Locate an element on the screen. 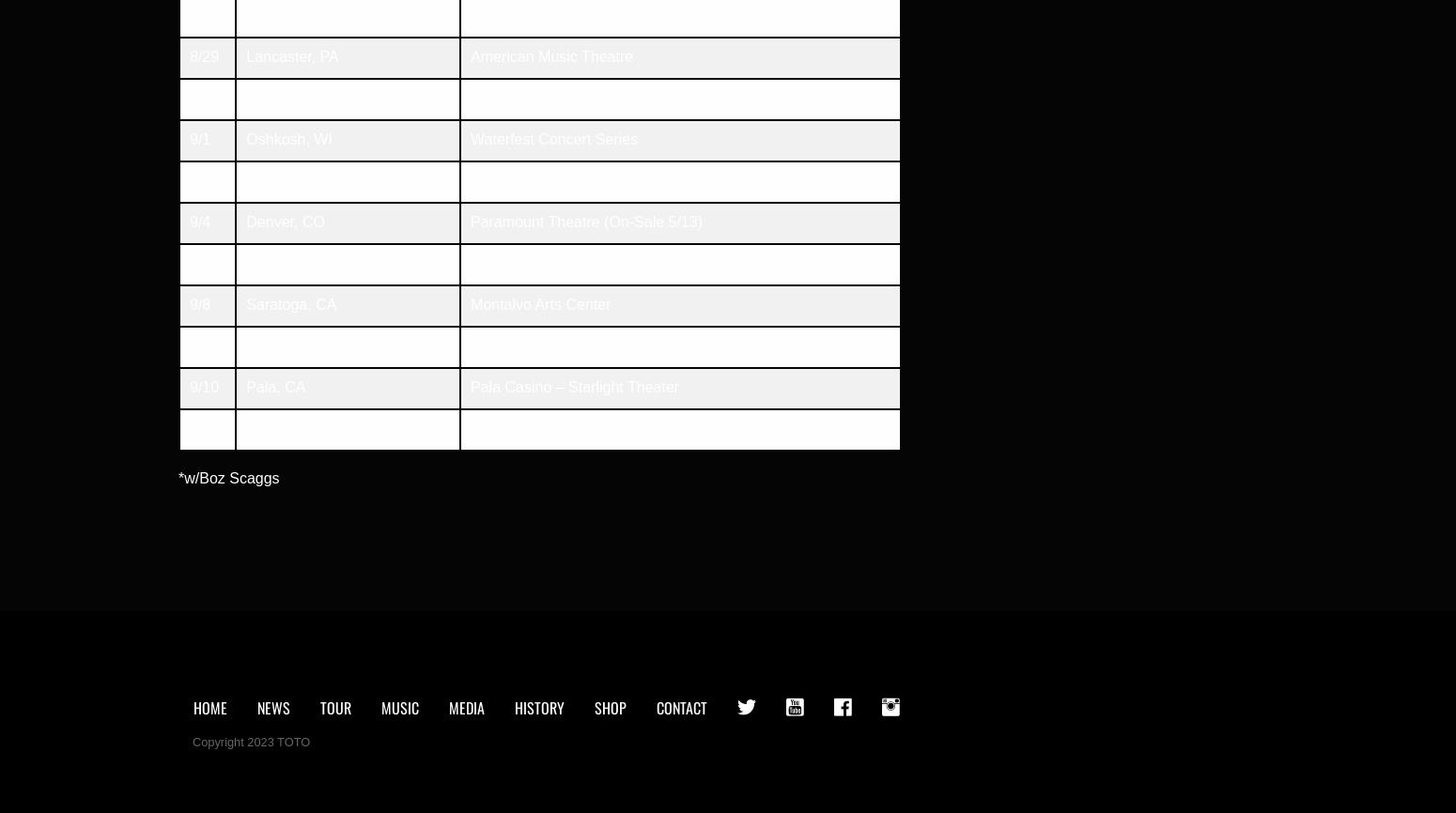 The image size is (1456, 813). 'Shop' is located at coordinates (610, 707).